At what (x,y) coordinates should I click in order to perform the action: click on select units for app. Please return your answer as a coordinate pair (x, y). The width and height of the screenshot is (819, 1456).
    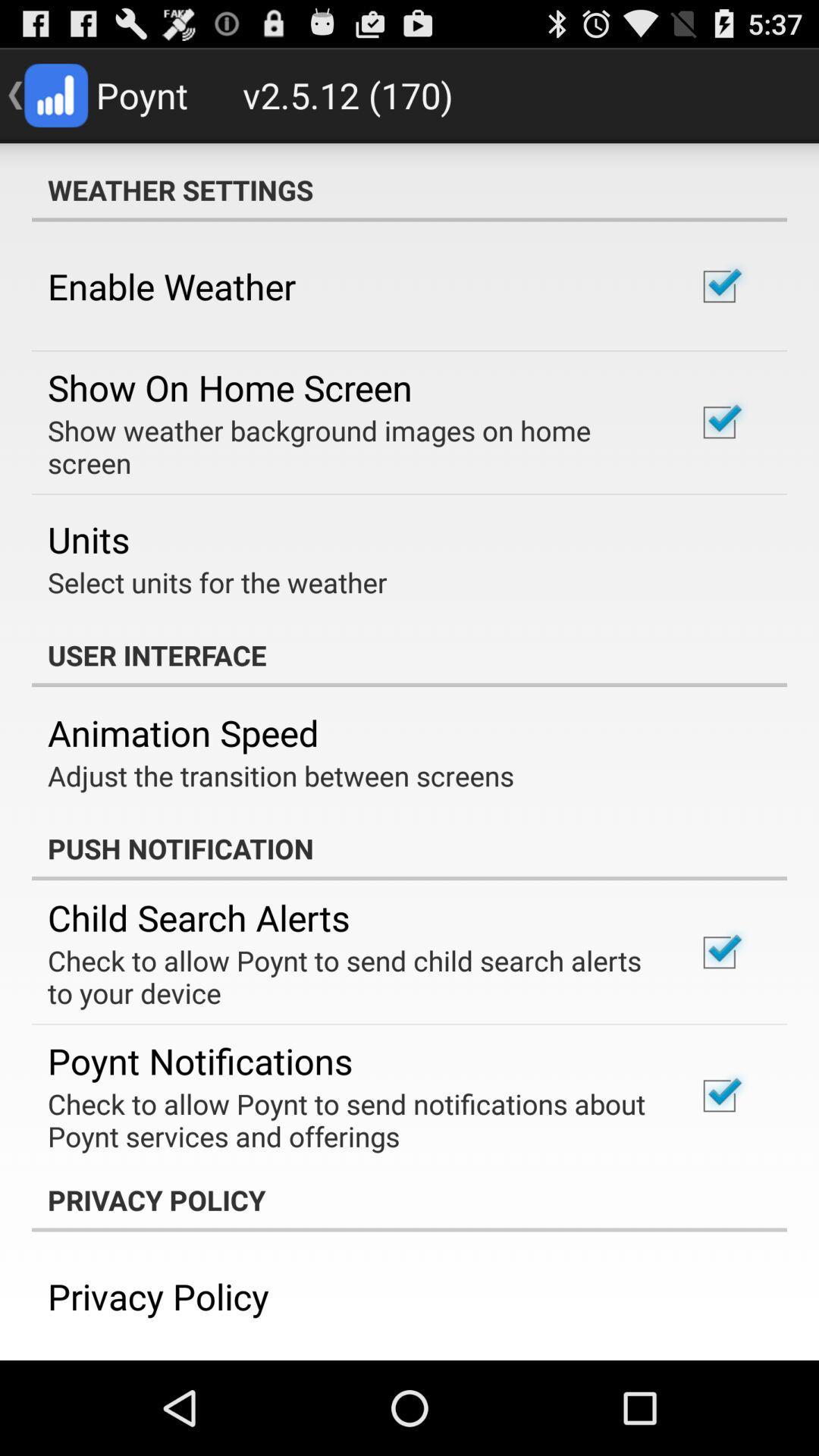
    Looking at the image, I should click on (217, 582).